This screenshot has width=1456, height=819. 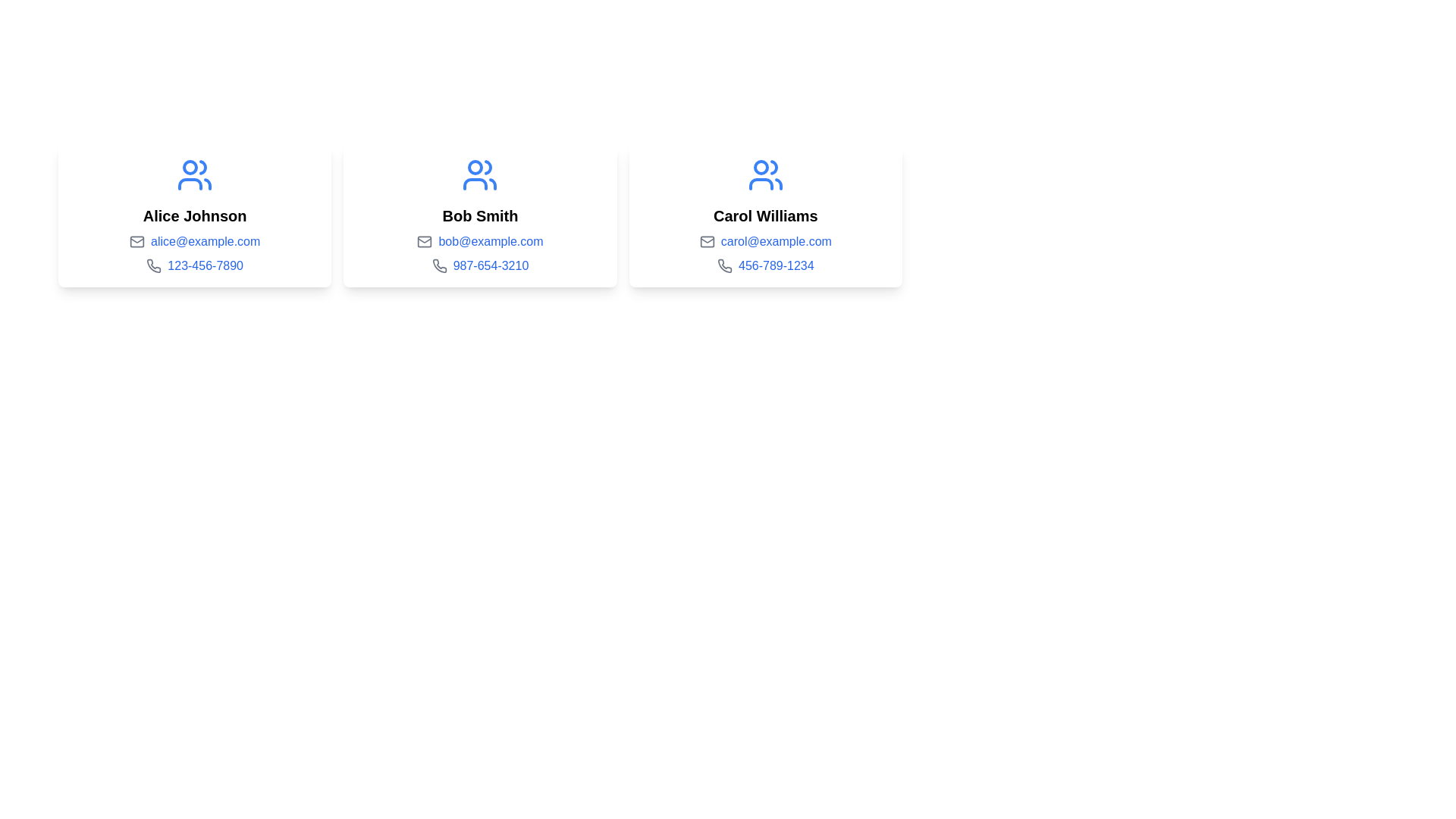 I want to click on the email icon representing the email functionality located to the left of 'carol@example.com', associated with 'Carol Williams', so click(x=706, y=241).